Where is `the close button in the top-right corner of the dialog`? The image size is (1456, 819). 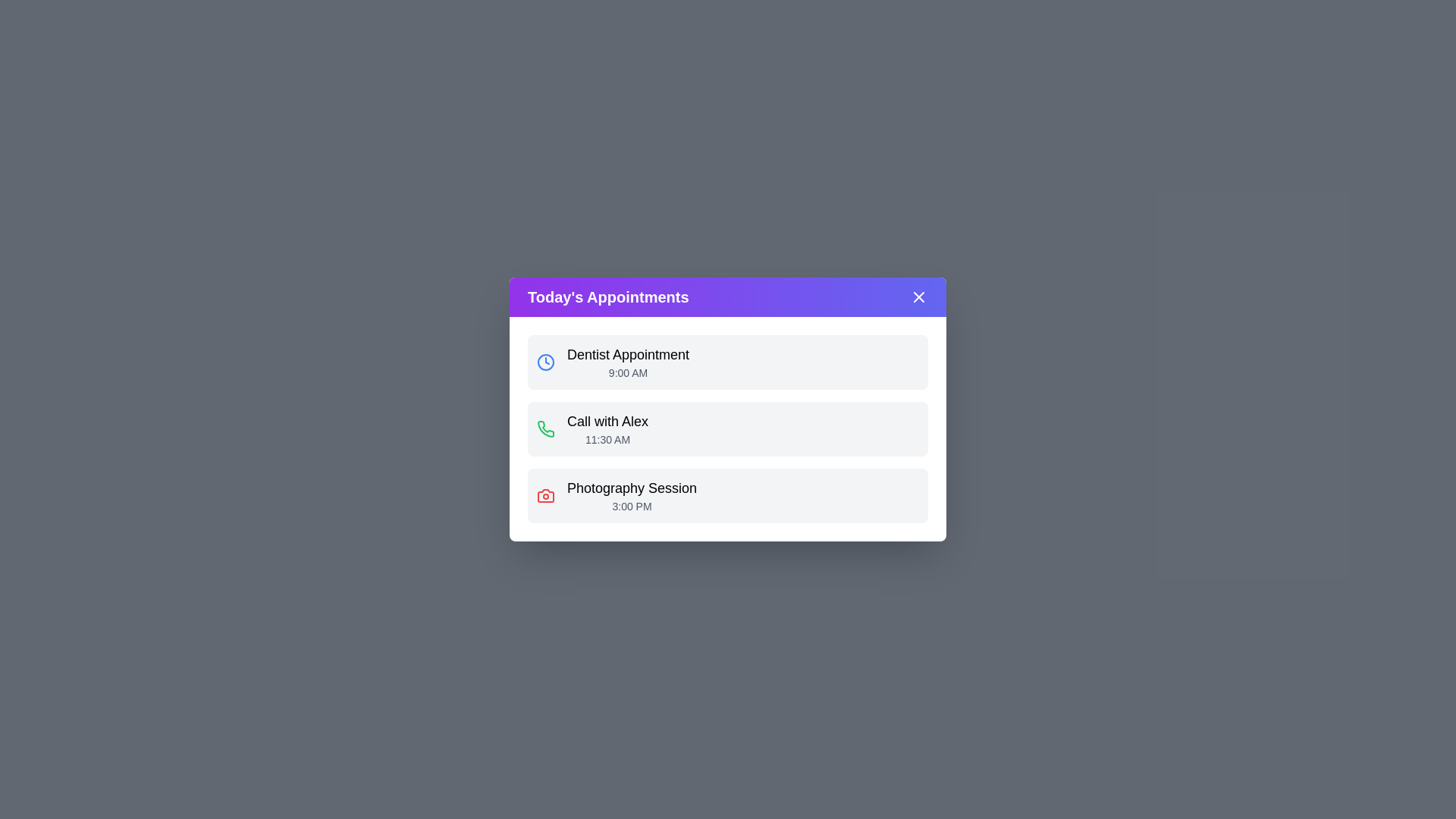
the close button in the top-right corner of the dialog is located at coordinates (918, 297).